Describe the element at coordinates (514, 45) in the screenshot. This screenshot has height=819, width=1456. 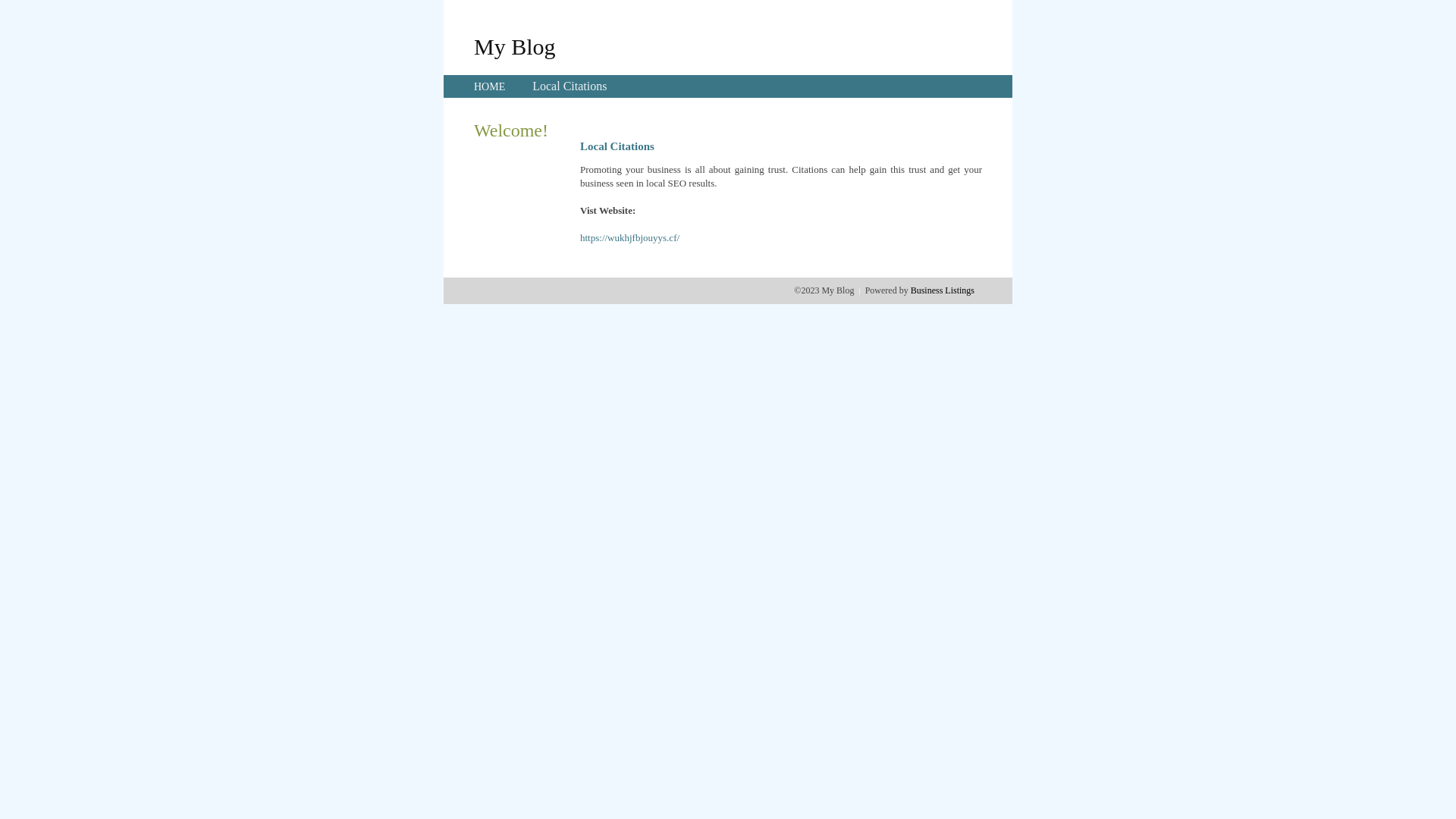
I see `'My Blog'` at that location.